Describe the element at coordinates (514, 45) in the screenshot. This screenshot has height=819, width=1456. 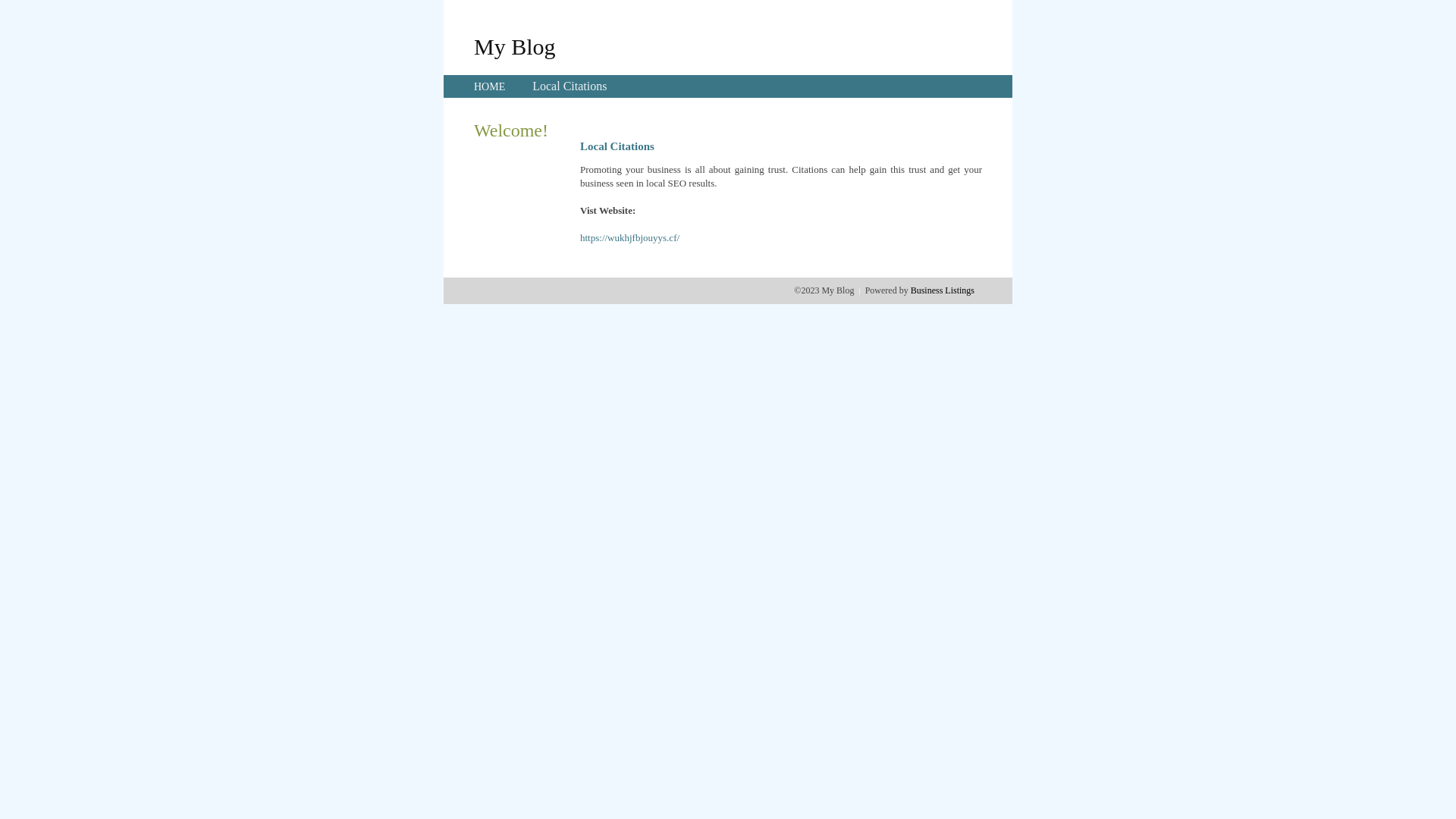
I see `'My Blog'` at that location.